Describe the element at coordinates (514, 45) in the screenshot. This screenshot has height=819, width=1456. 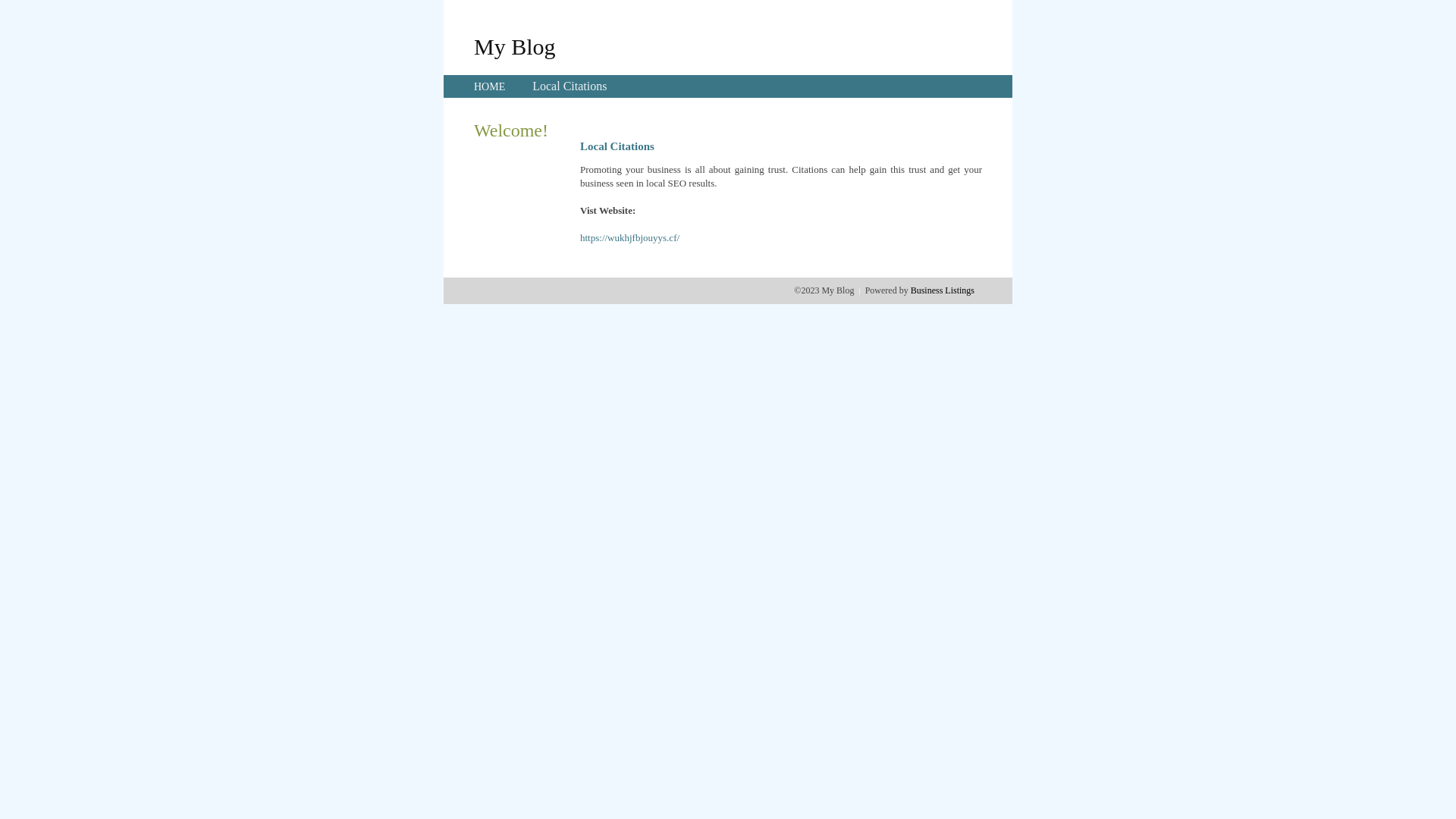
I see `'My Blog'` at that location.